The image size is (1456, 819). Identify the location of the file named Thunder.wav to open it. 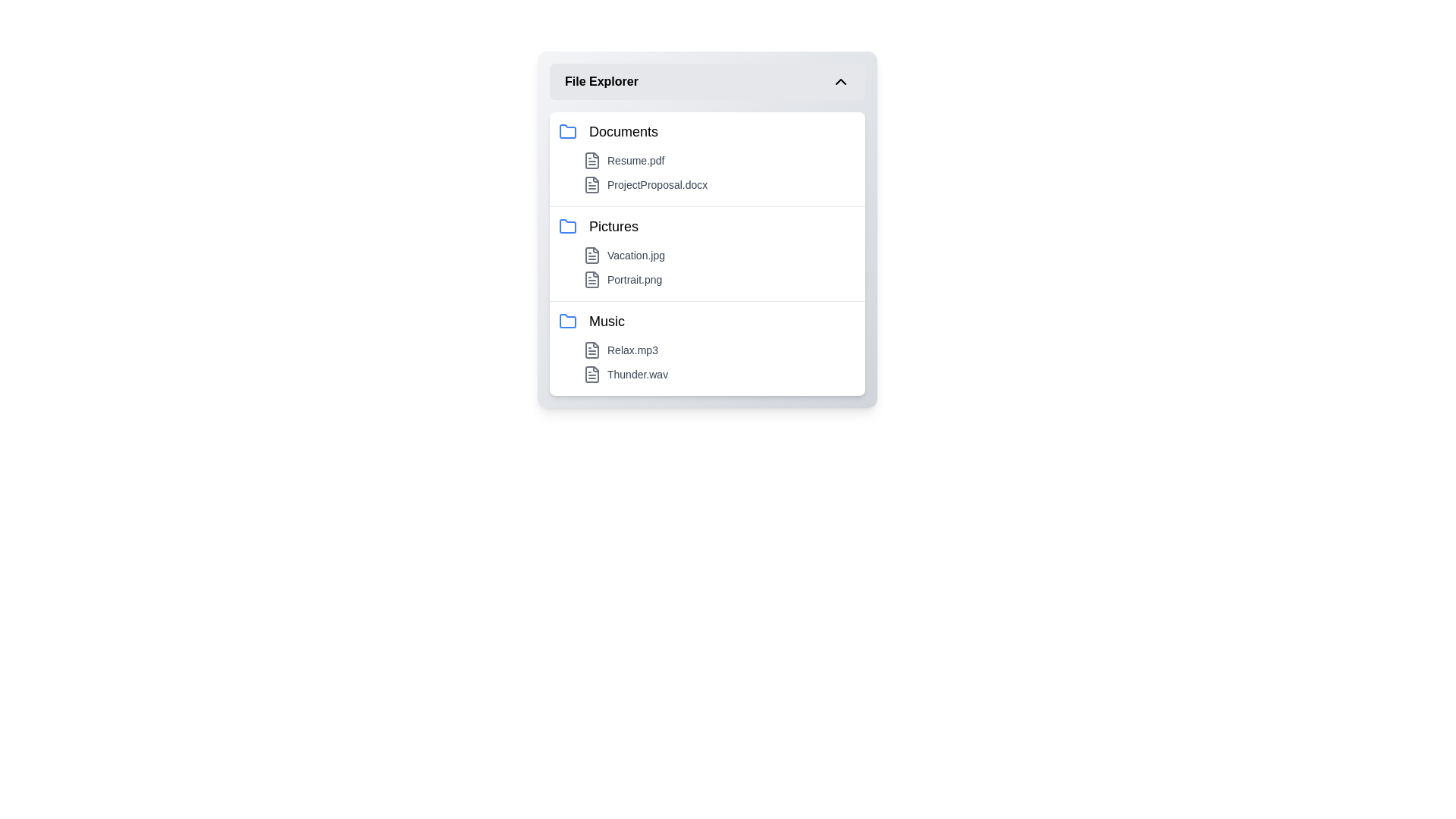
(719, 374).